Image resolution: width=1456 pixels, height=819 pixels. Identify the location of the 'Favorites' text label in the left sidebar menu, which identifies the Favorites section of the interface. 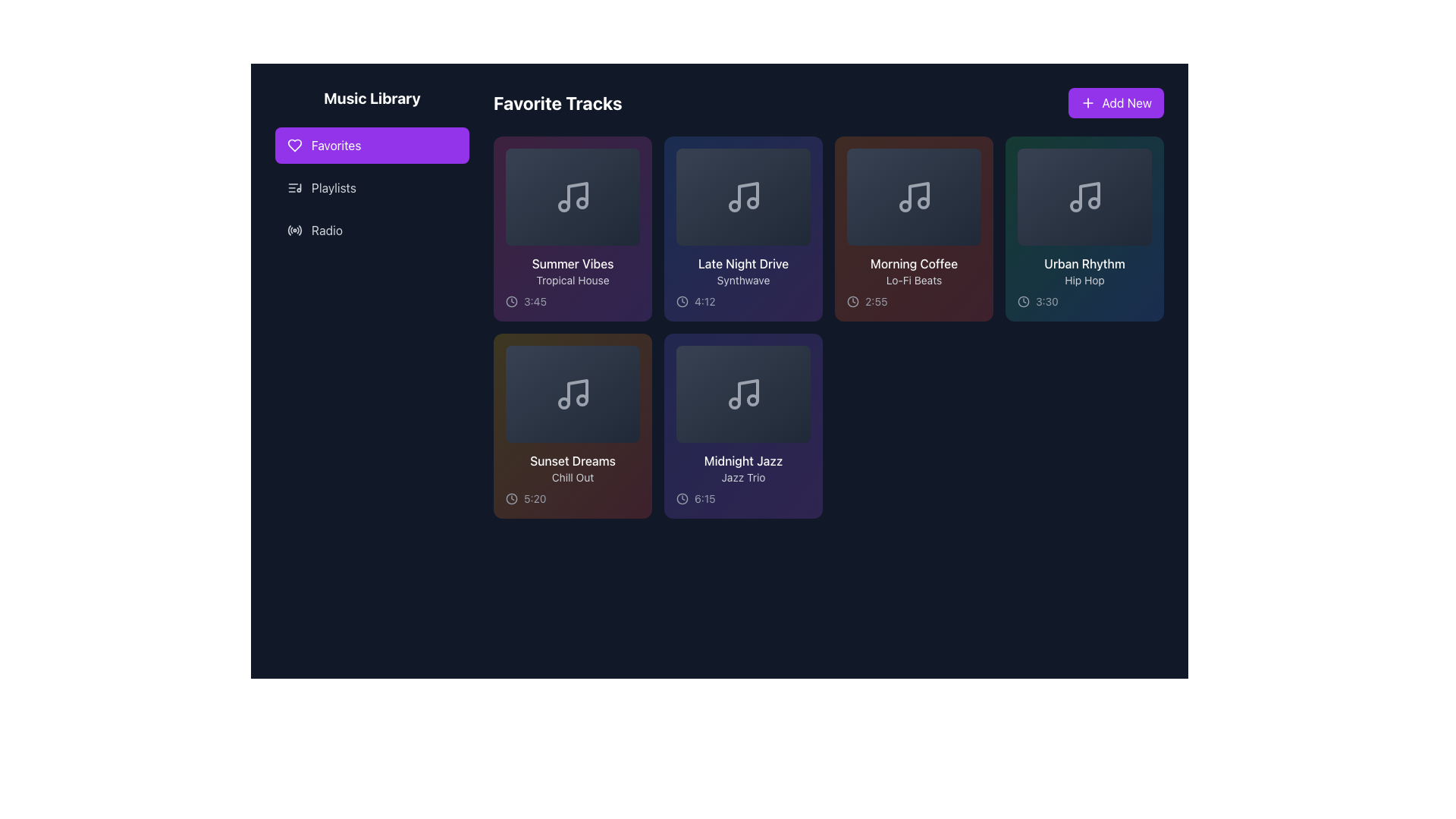
(335, 146).